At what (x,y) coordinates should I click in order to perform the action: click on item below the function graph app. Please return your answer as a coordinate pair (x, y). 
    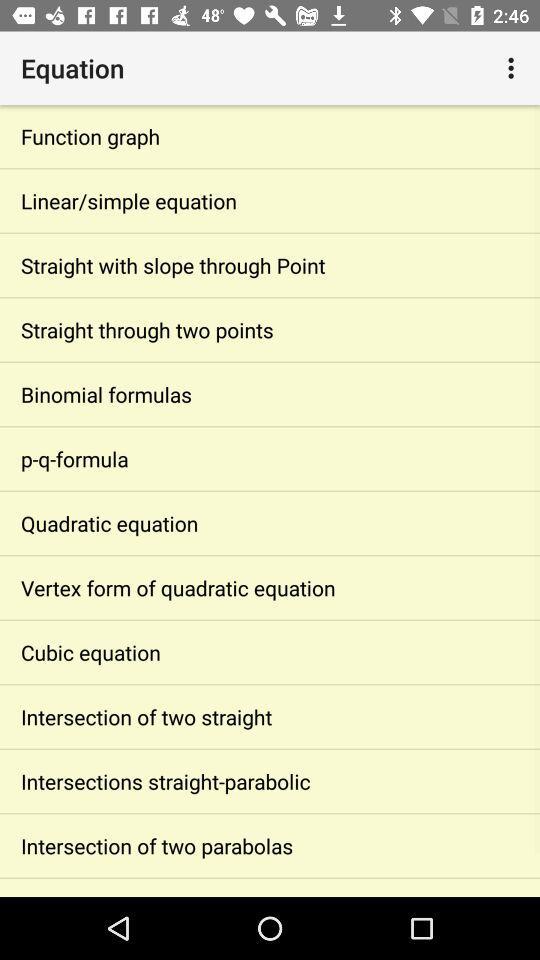
    Looking at the image, I should click on (270, 201).